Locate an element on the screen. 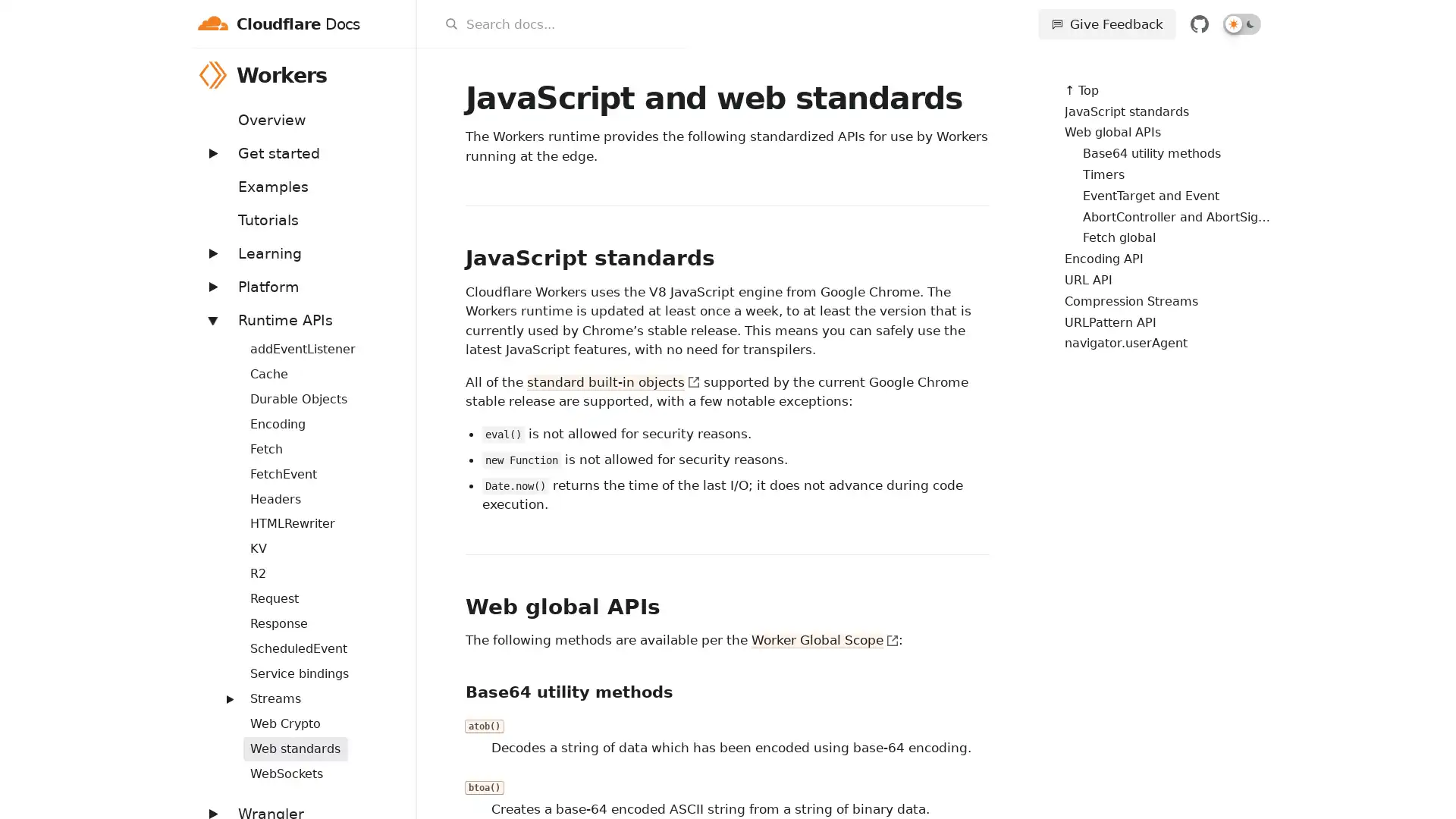  Expand: Runtime APIs is located at coordinates (211, 318).